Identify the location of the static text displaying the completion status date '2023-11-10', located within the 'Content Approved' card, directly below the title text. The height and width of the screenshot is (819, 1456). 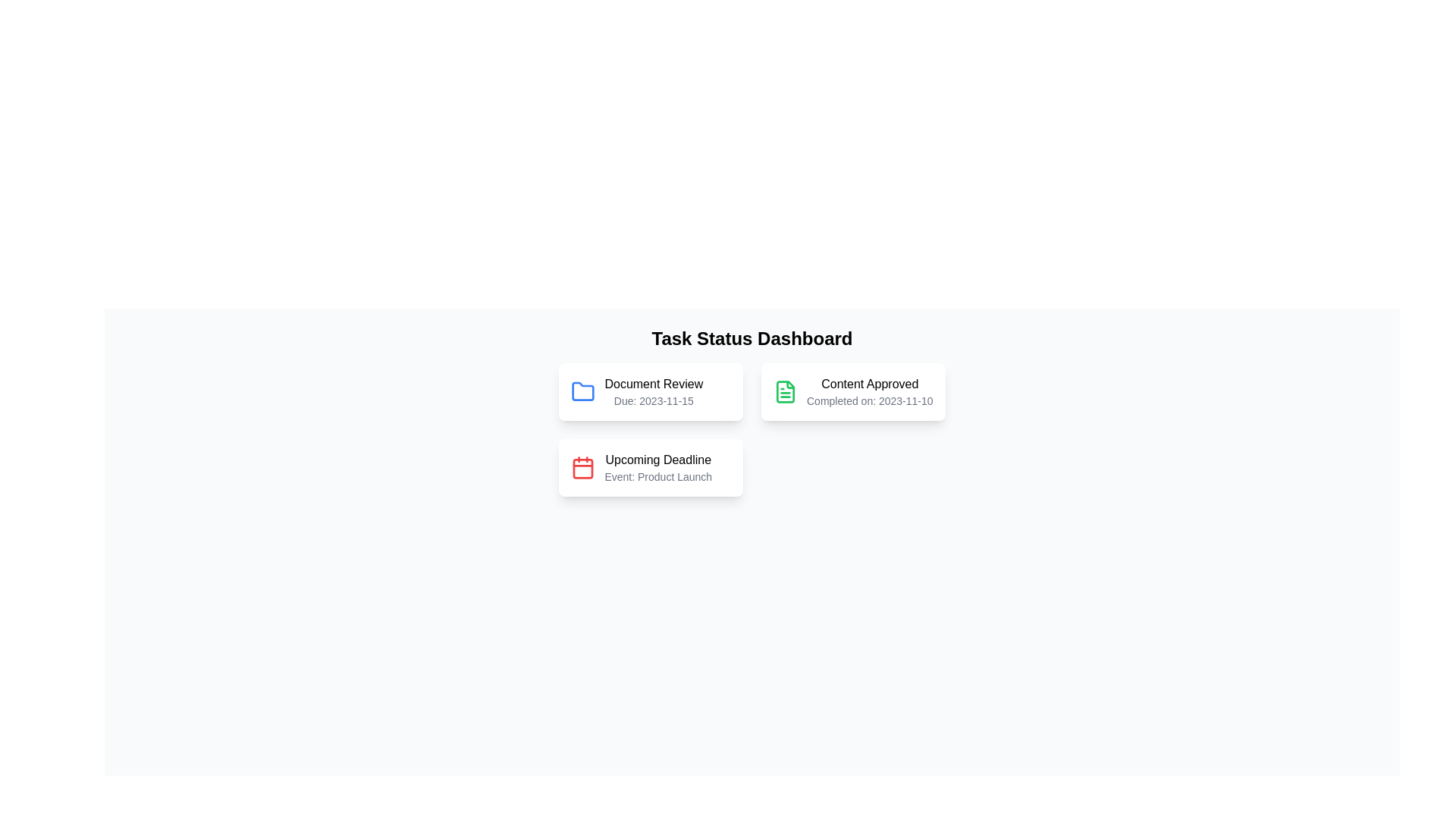
(870, 400).